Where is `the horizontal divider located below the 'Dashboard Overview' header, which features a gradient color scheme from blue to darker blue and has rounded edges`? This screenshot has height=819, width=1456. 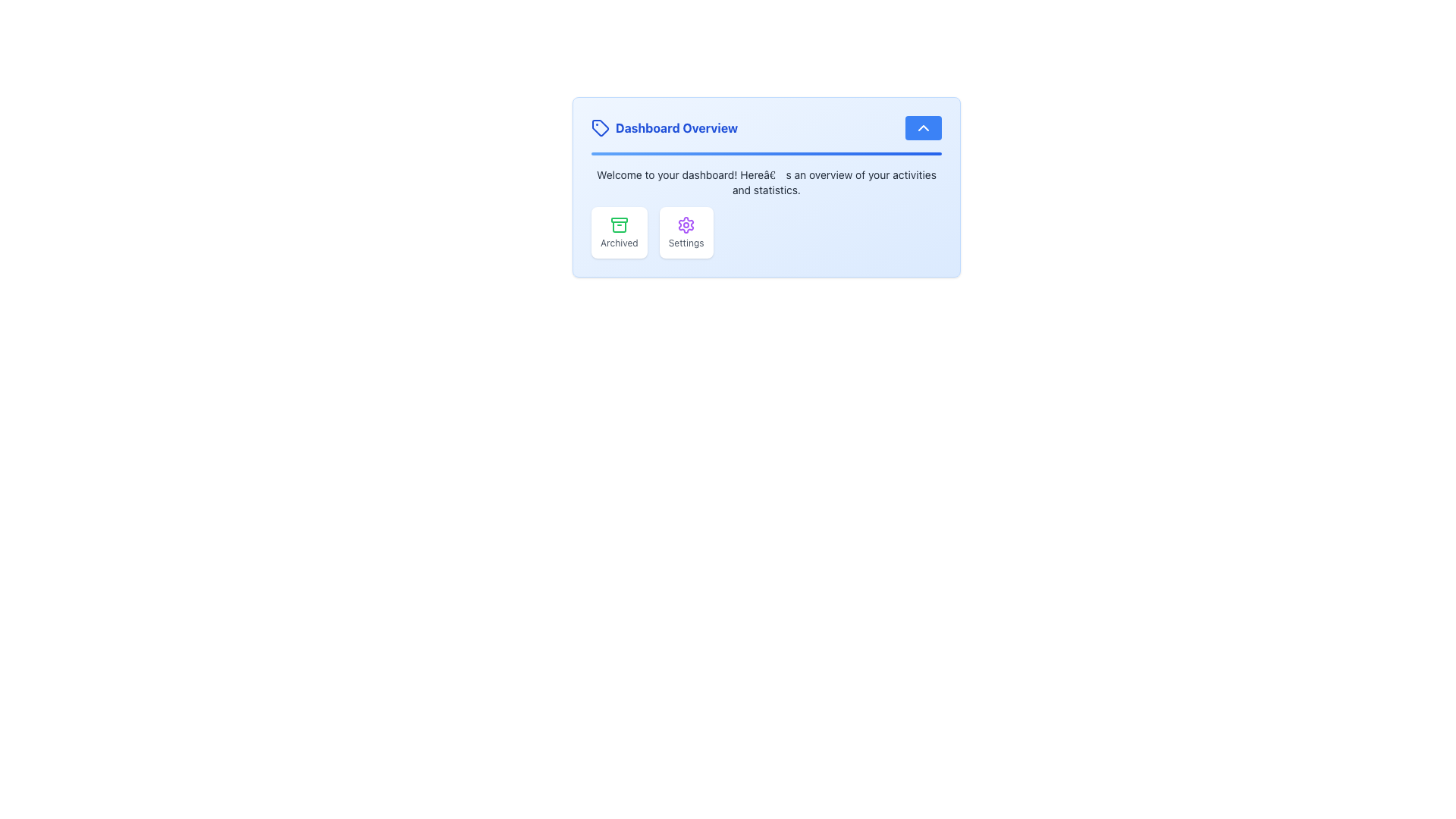
the horizontal divider located below the 'Dashboard Overview' header, which features a gradient color scheme from blue to darker blue and has rounded edges is located at coordinates (767, 154).